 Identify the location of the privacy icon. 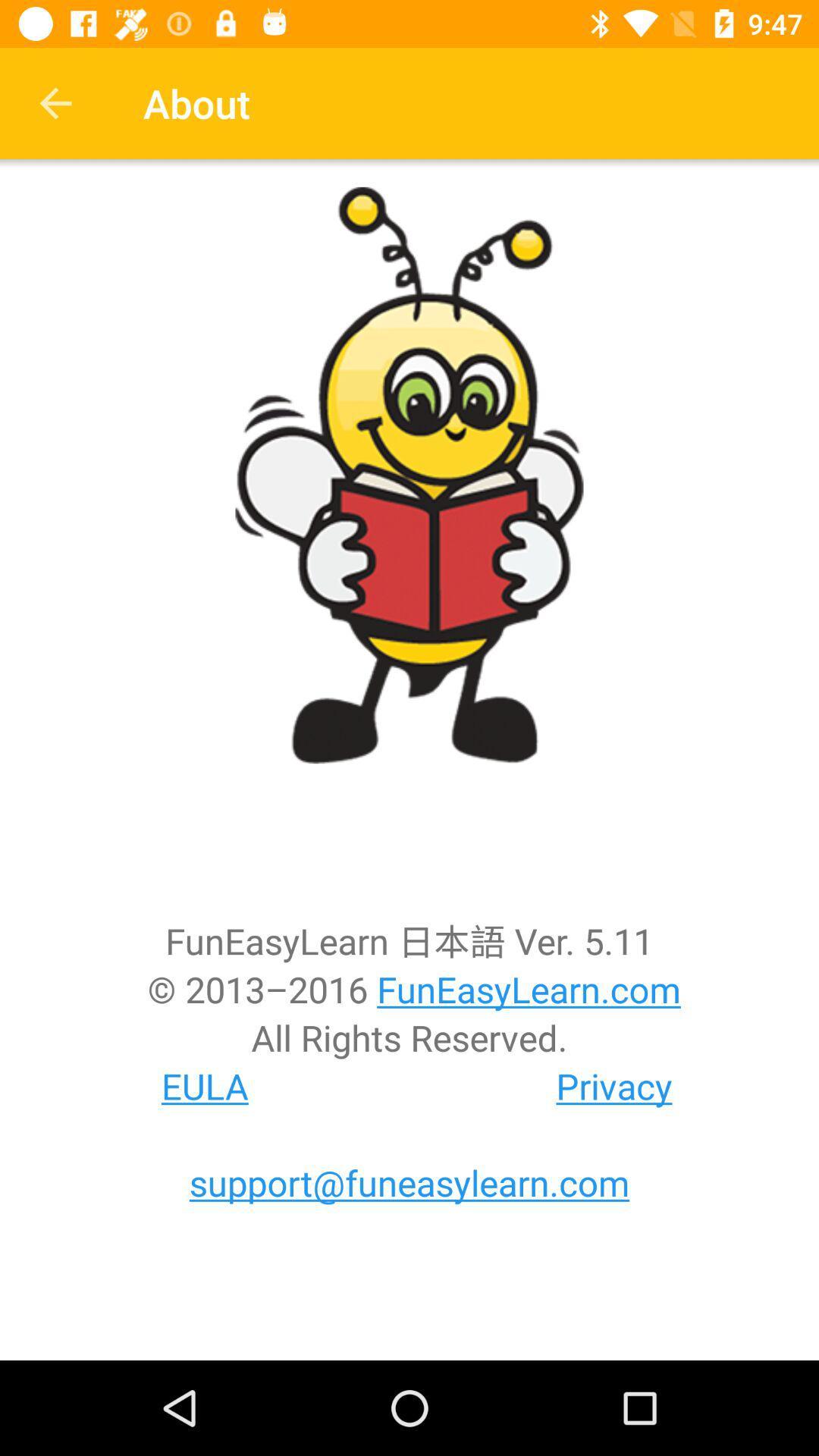
(614, 1085).